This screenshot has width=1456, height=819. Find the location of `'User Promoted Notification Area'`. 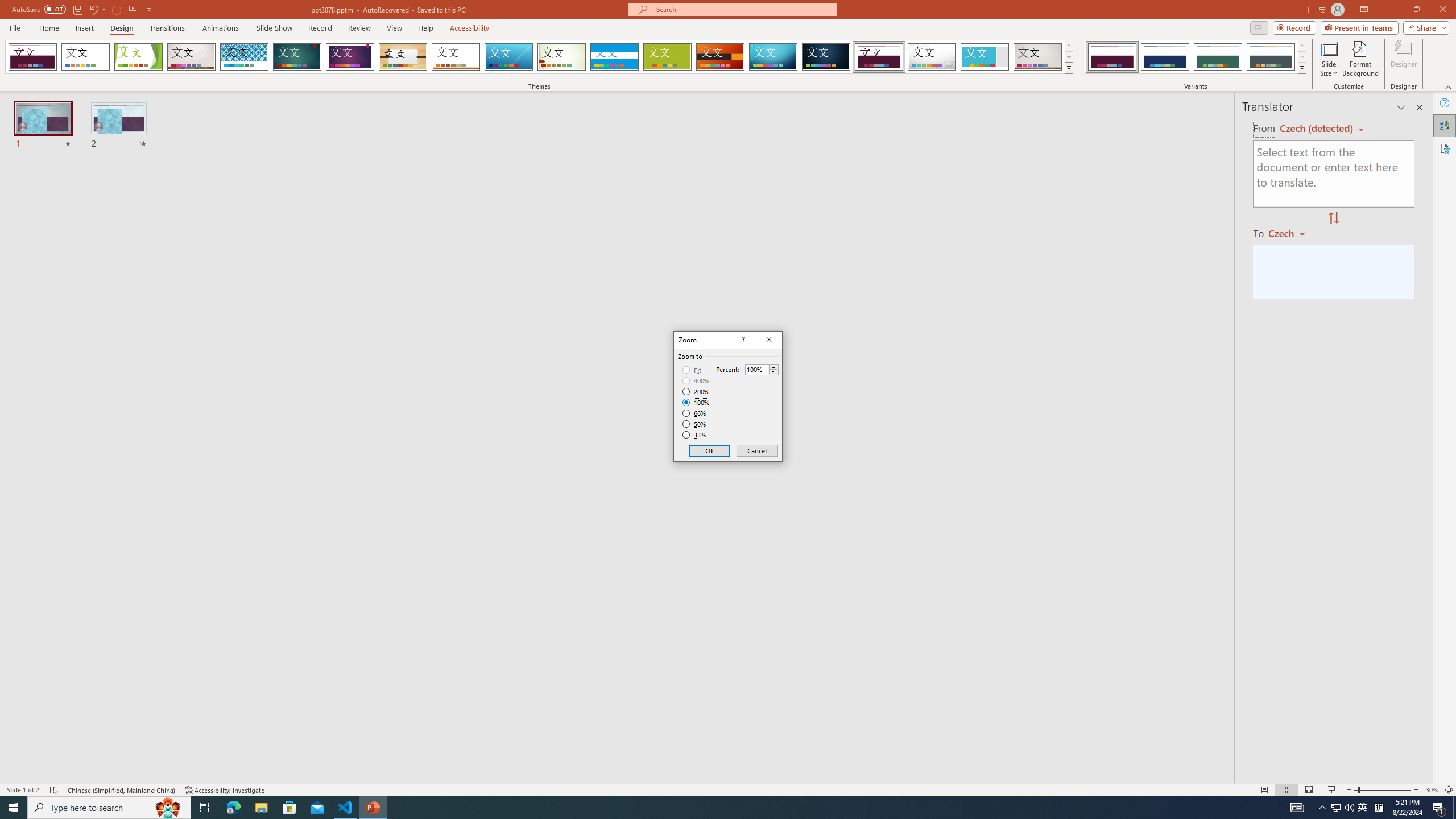

'User Promoted Notification Area' is located at coordinates (1342, 806).